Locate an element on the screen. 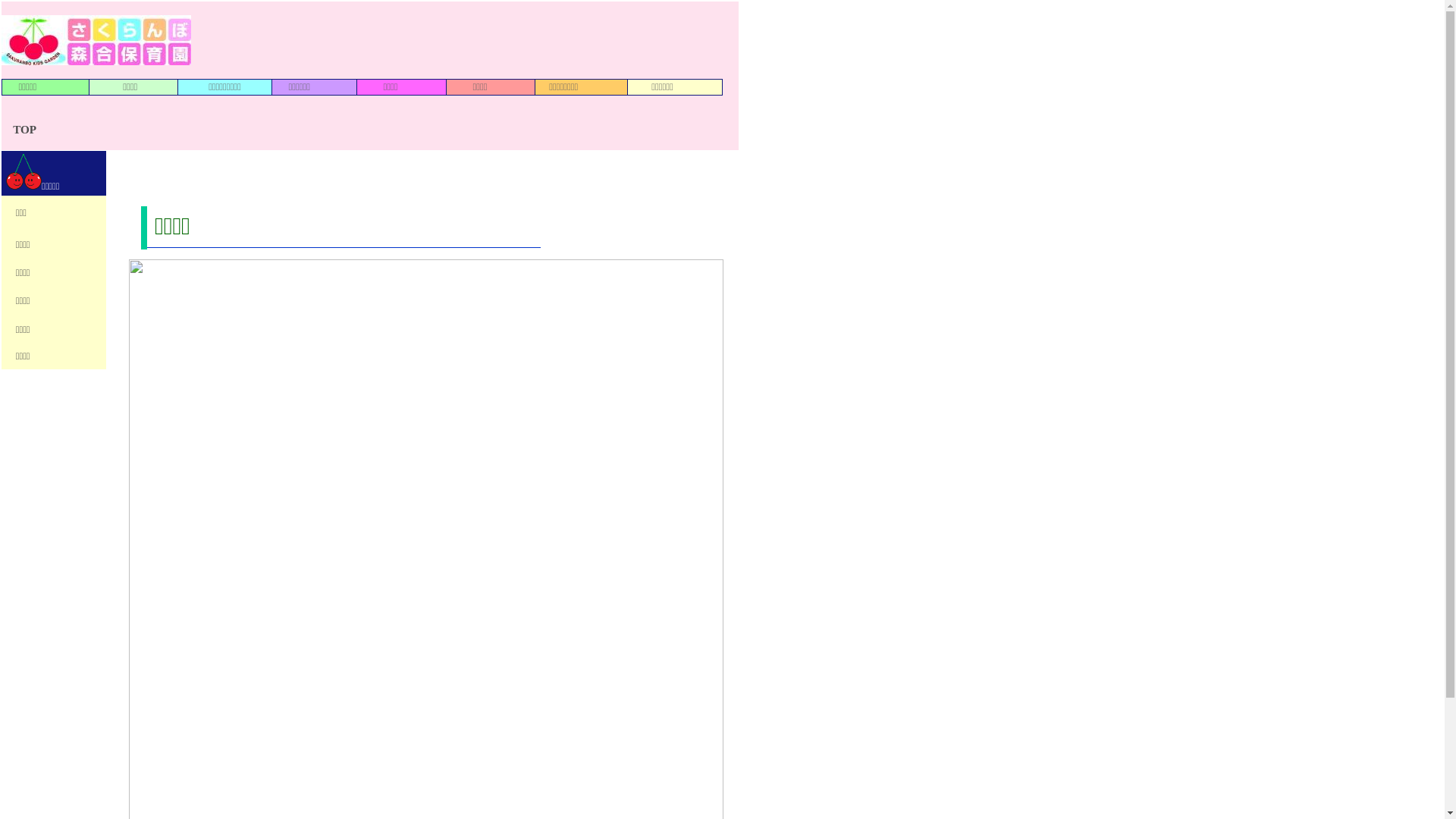  'TOP' is located at coordinates (24, 128).